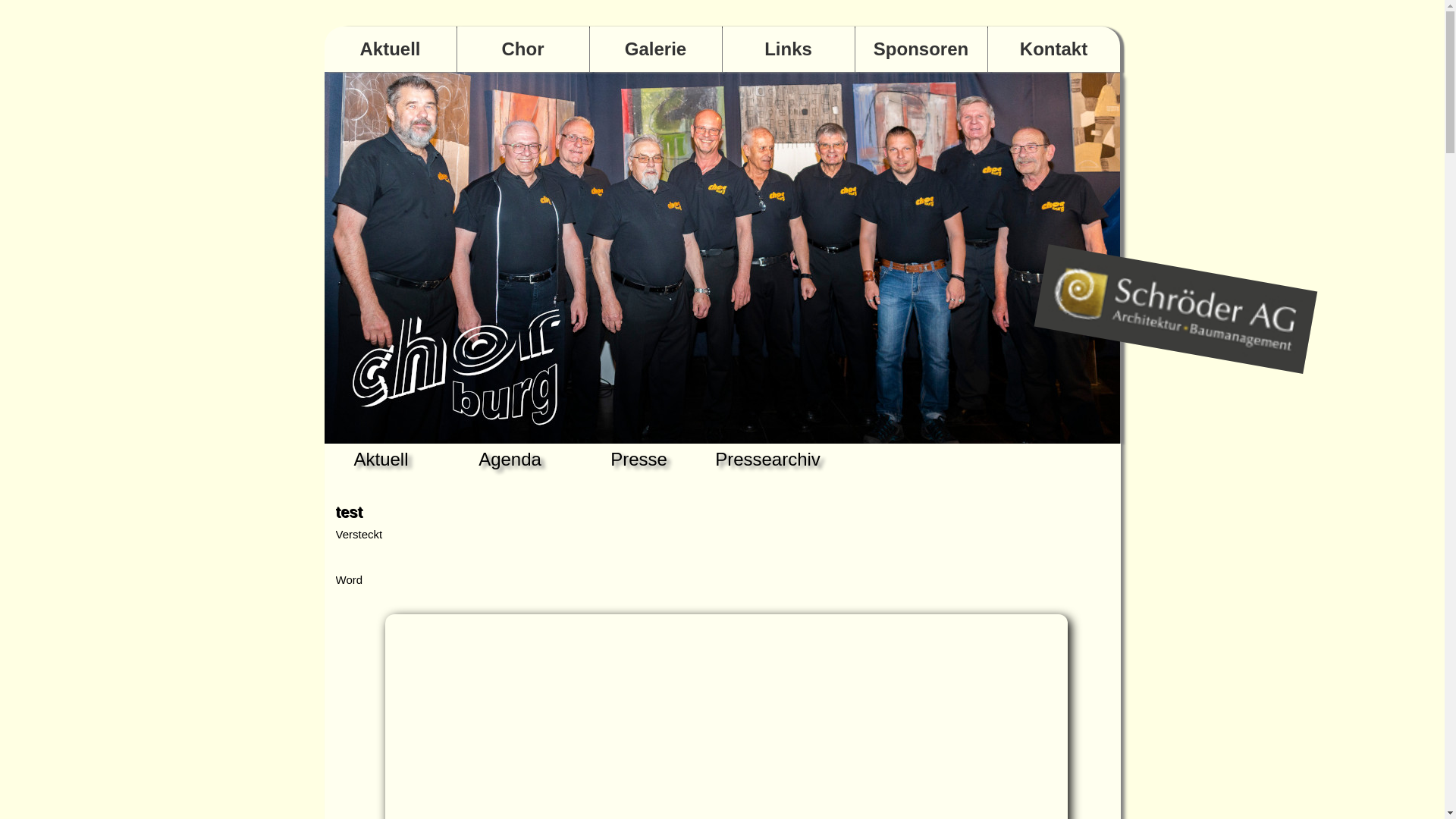  I want to click on 'Presse', so click(639, 458).